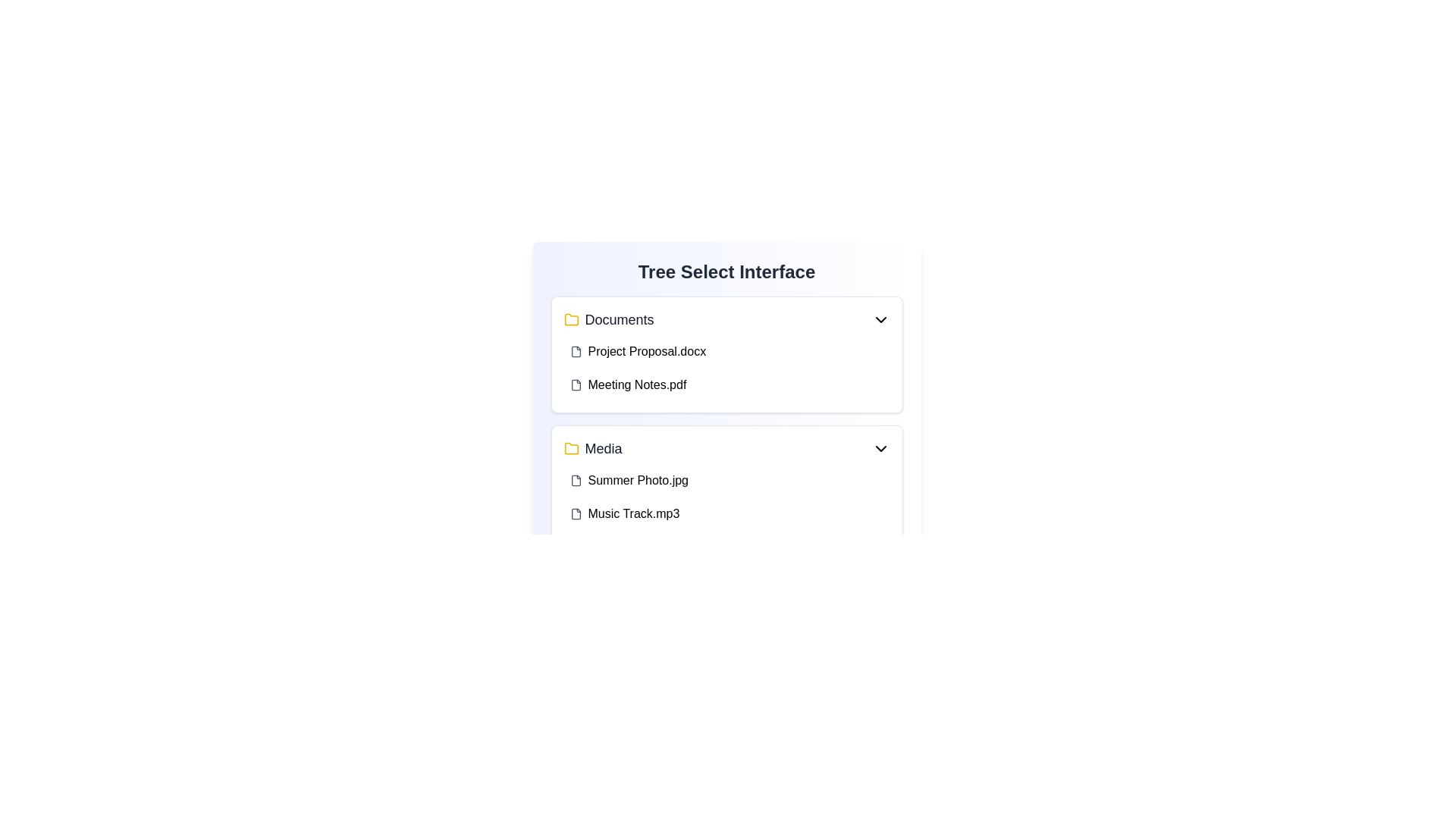  What do you see at coordinates (575, 513) in the screenshot?
I see `the file icon representing 'Music Track.mp3' by moving the mouse cursor to its center point` at bounding box center [575, 513].